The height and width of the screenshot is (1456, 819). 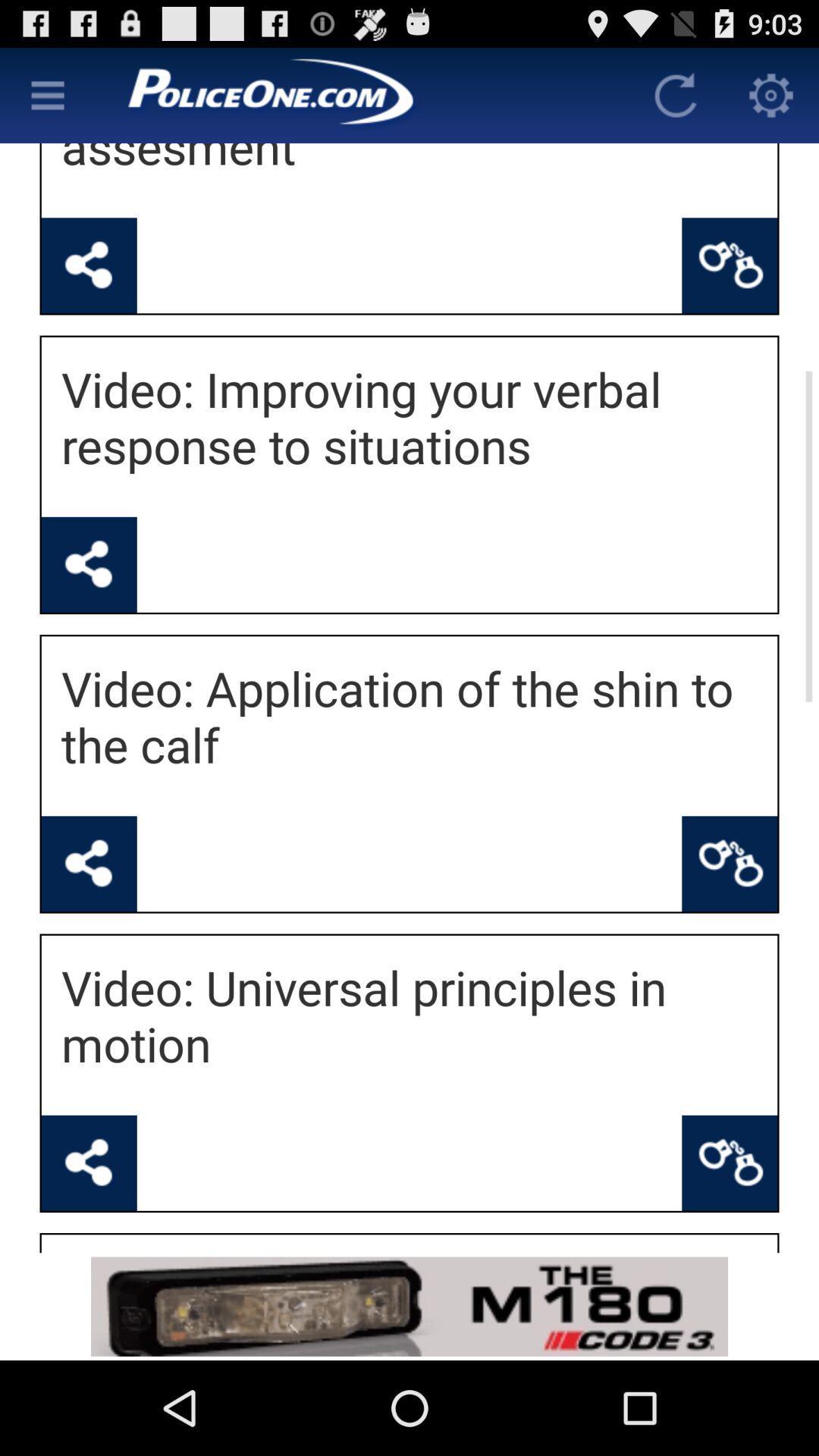 What do you see at coordinates (362, 94) in the screenshot?
I see `home page` at bounding box center [362, 94].